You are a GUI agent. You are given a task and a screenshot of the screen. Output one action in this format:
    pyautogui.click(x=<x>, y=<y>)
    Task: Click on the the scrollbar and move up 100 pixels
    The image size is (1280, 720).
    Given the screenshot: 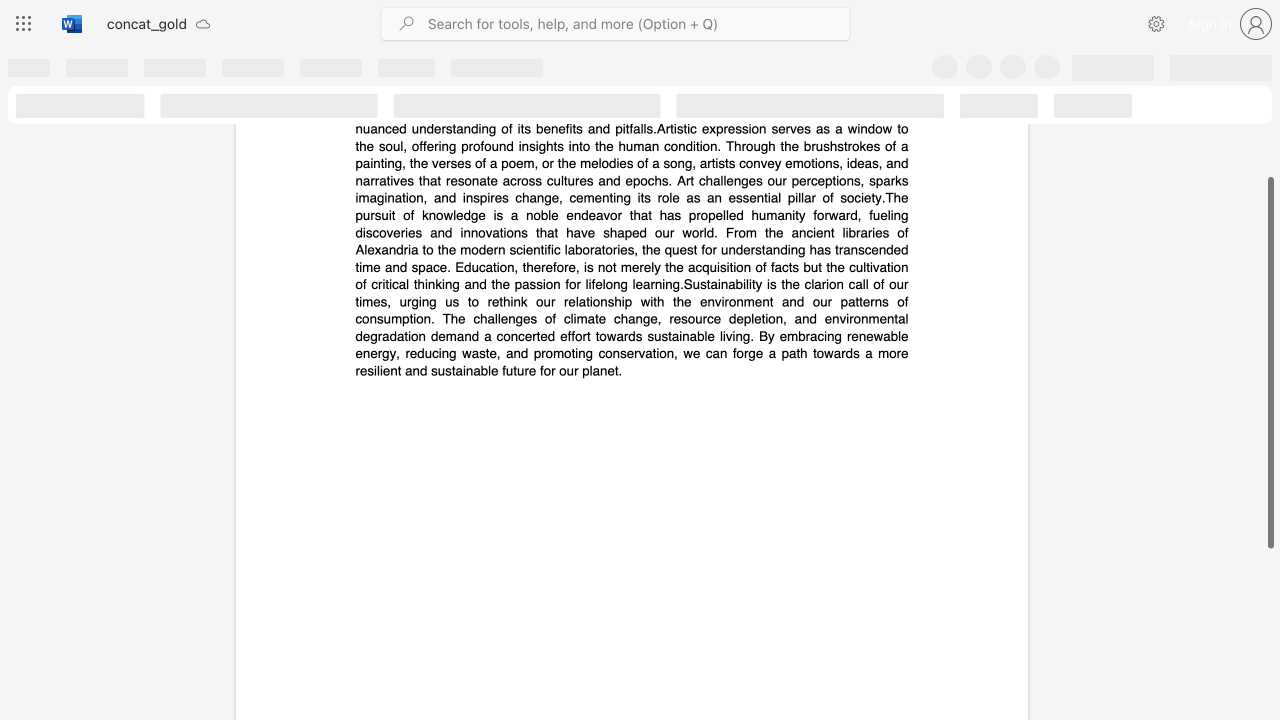 What is the action you would take?
    pyautogui.click(x=1269, y=363)
    